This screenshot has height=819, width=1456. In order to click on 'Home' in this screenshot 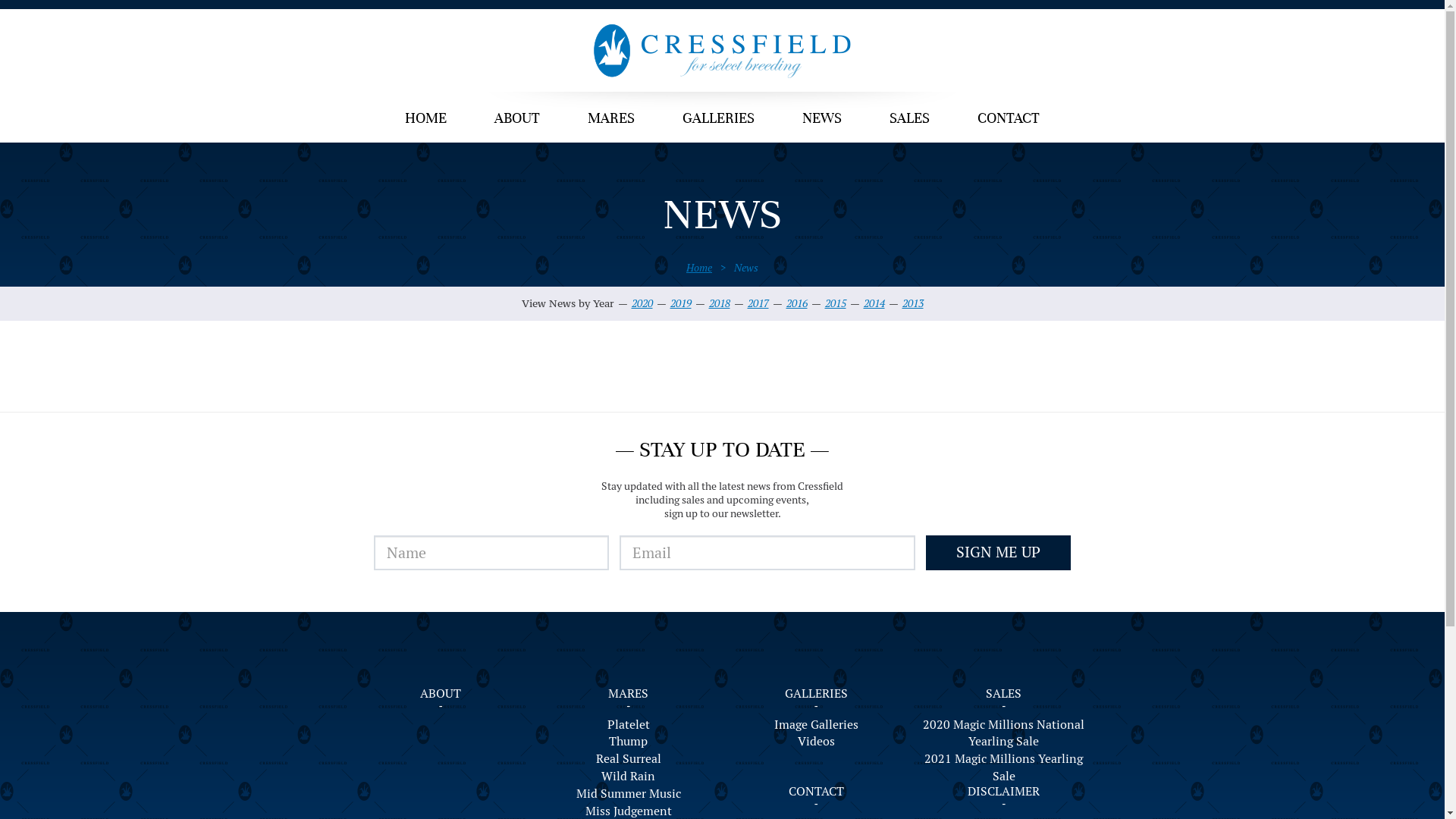, I will do `click(698, 267)`.